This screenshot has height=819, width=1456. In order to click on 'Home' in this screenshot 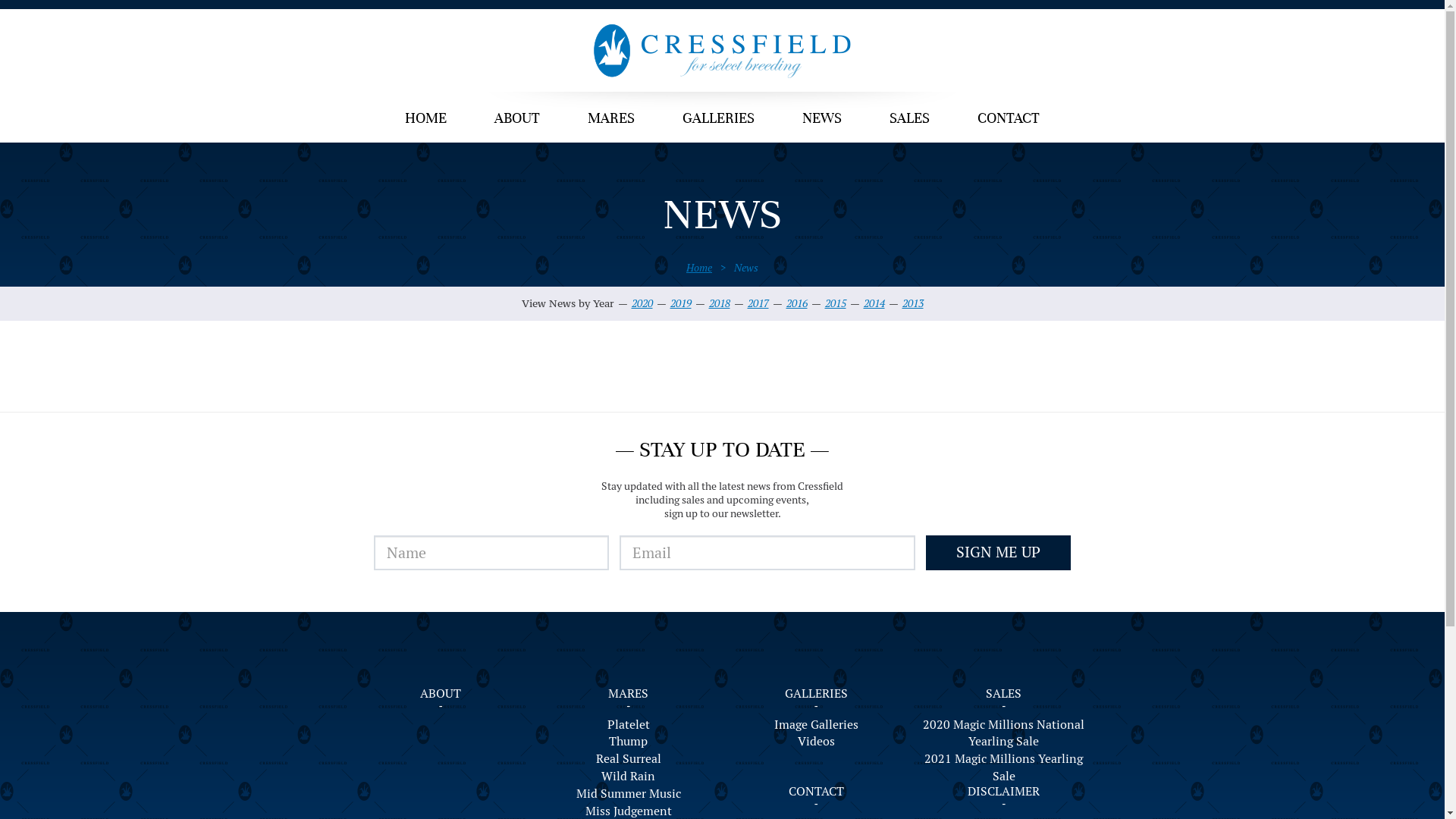, I will do `click(698, 267)`.